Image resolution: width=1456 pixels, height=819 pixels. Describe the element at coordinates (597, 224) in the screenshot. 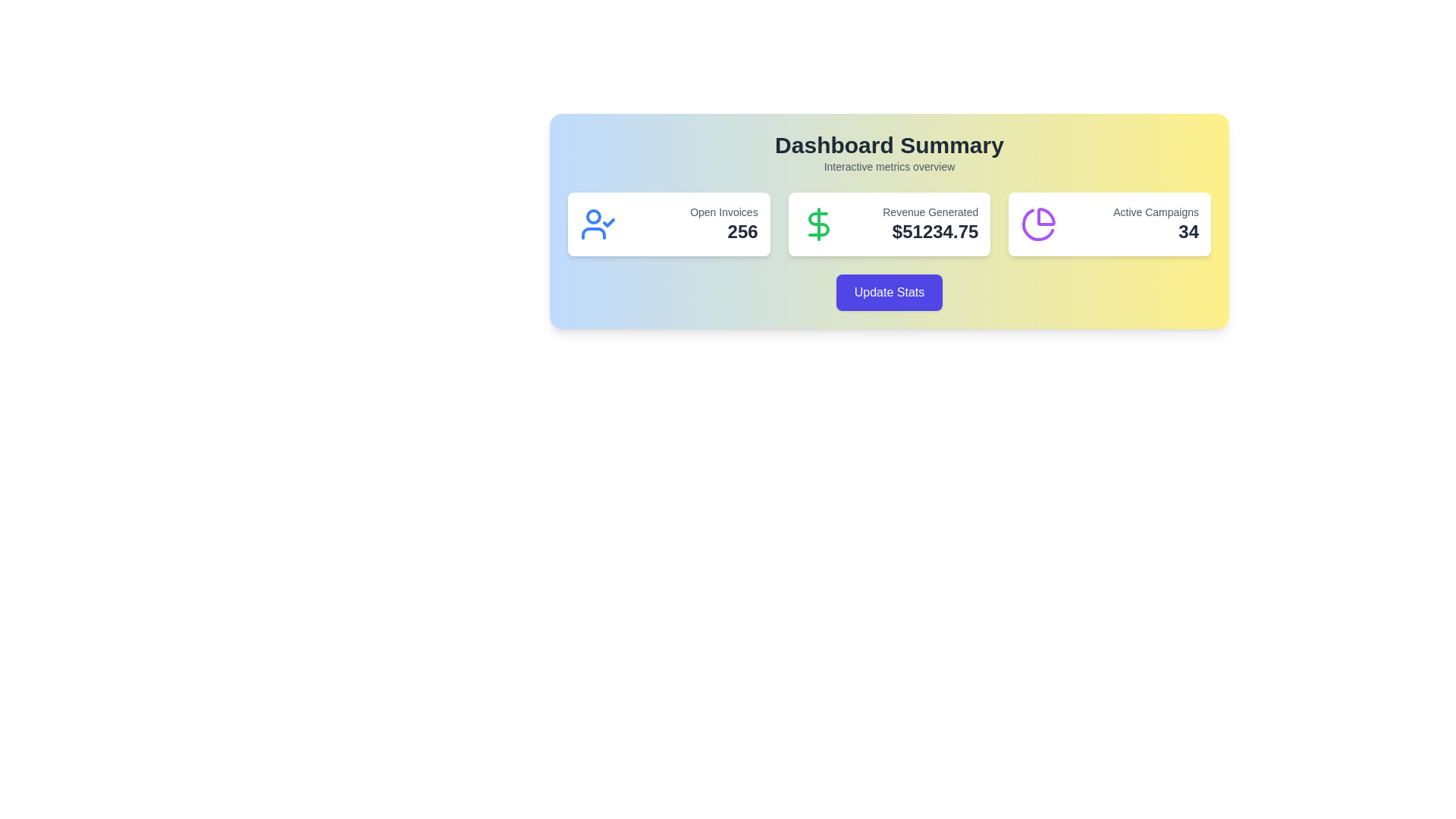

I see `'Open Invoices' icon located in the leftmost card of the dashboard summary section, which is to the left of the text 'Open Invoices' and the number '256'` at that location.